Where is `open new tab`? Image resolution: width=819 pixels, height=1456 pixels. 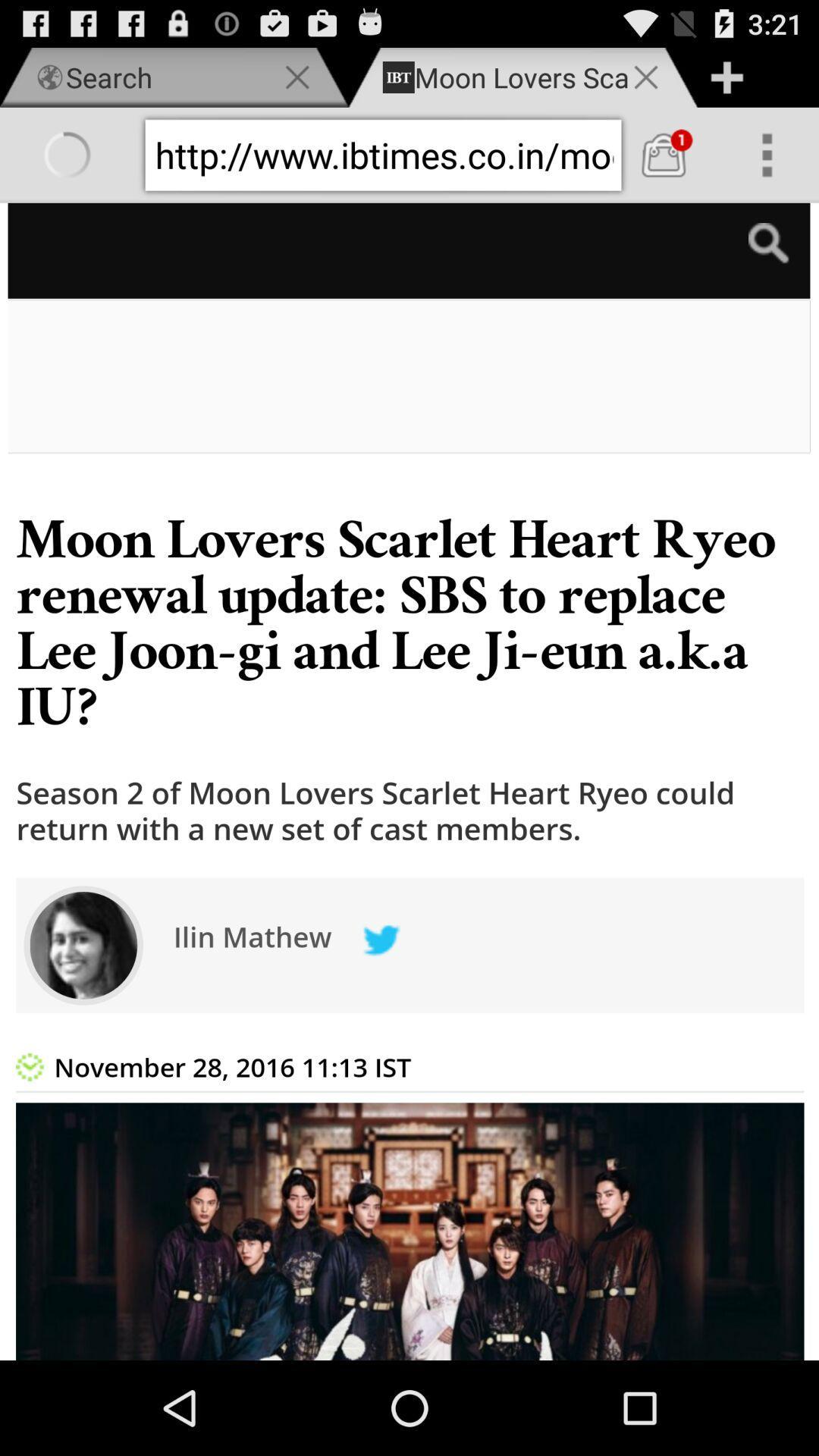 open new tab is located at coordinates (726, 77).